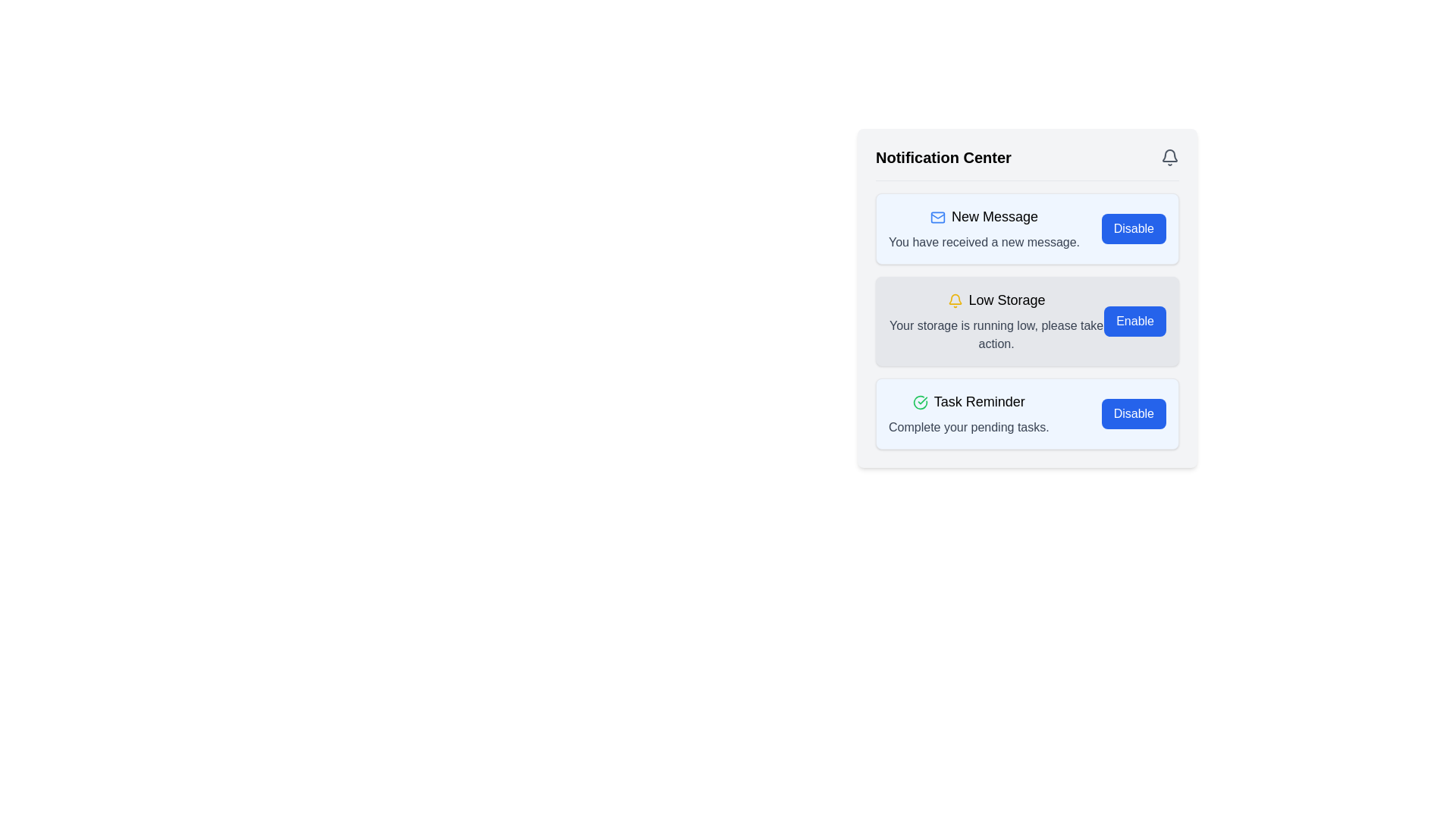  Describe the element at coordinates (943, 158) in the screenshot. I see `text content of the label indicating the purpose of the notification center, located at the top-left corner of the panel` at that location.